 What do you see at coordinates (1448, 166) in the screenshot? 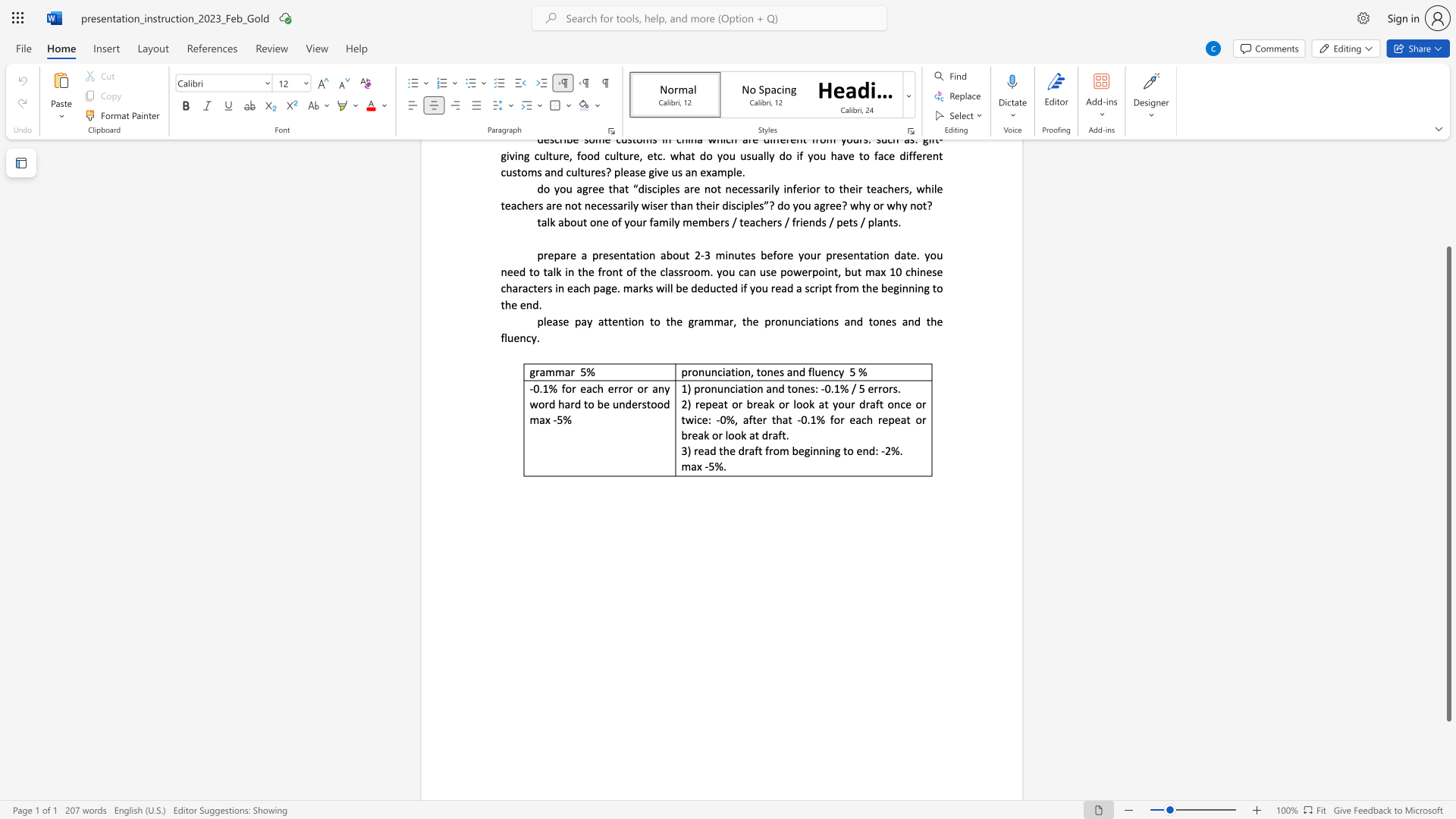
I see `the scrollbar to move the page upward` at bounding box center [1448, 166].